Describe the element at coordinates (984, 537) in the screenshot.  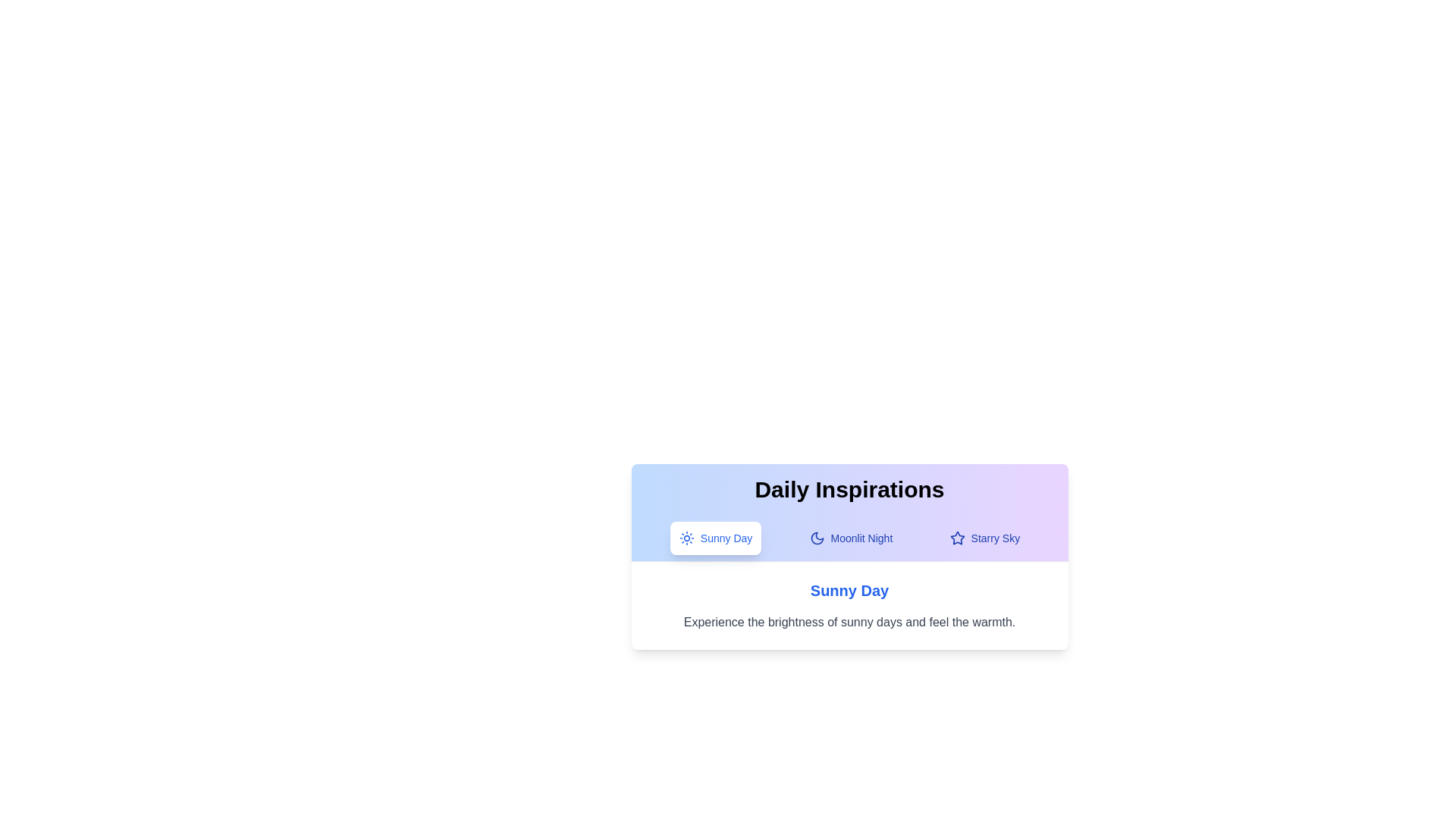
I see `the tab labeled Starry Sky to display its content` at that location.